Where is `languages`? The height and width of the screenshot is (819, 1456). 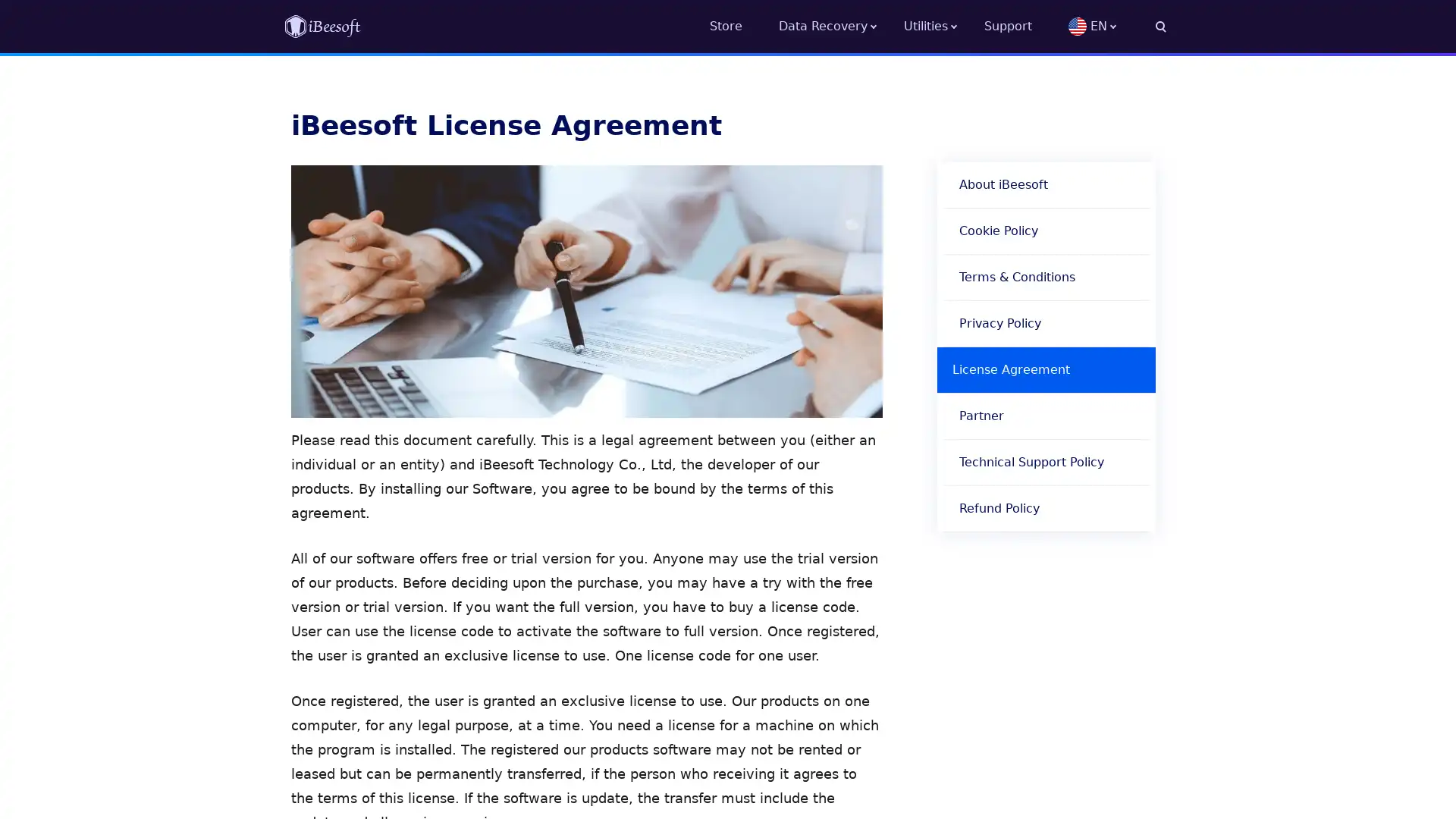
languages is located at coordinates (1117, 26).